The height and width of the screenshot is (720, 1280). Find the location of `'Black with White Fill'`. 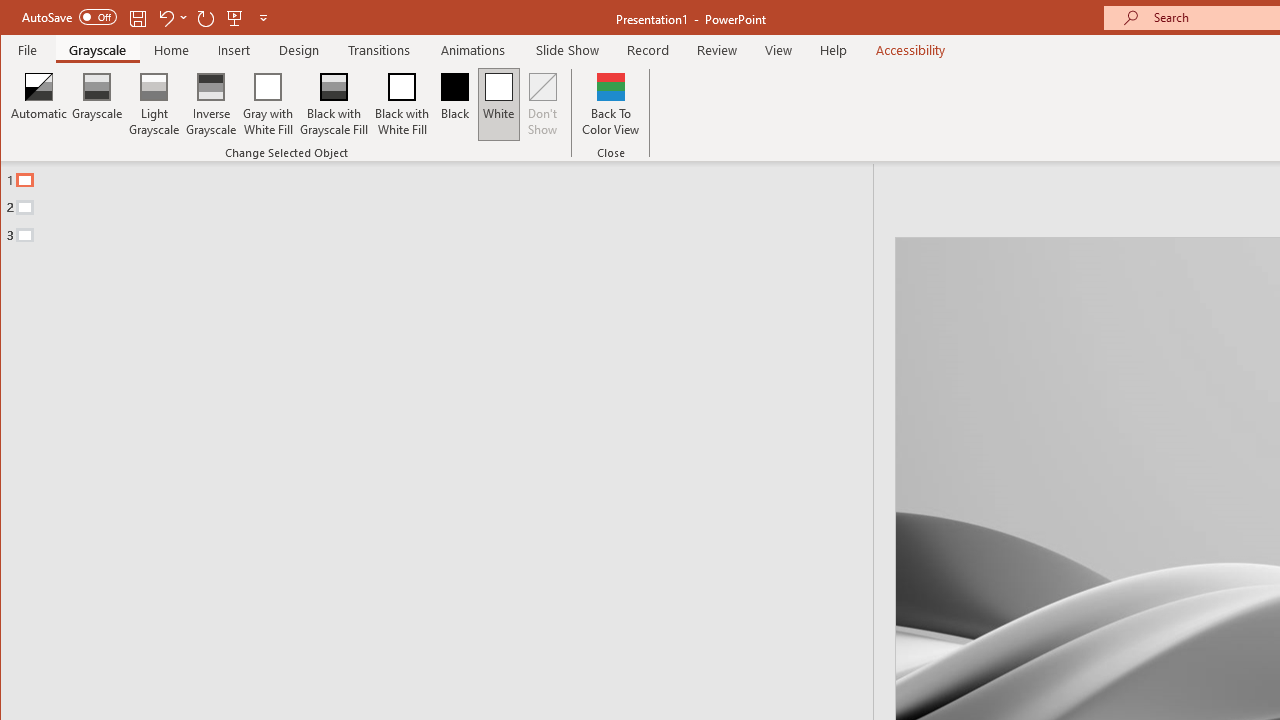

'Black with White Fill' is located at coordinates (401, 104).